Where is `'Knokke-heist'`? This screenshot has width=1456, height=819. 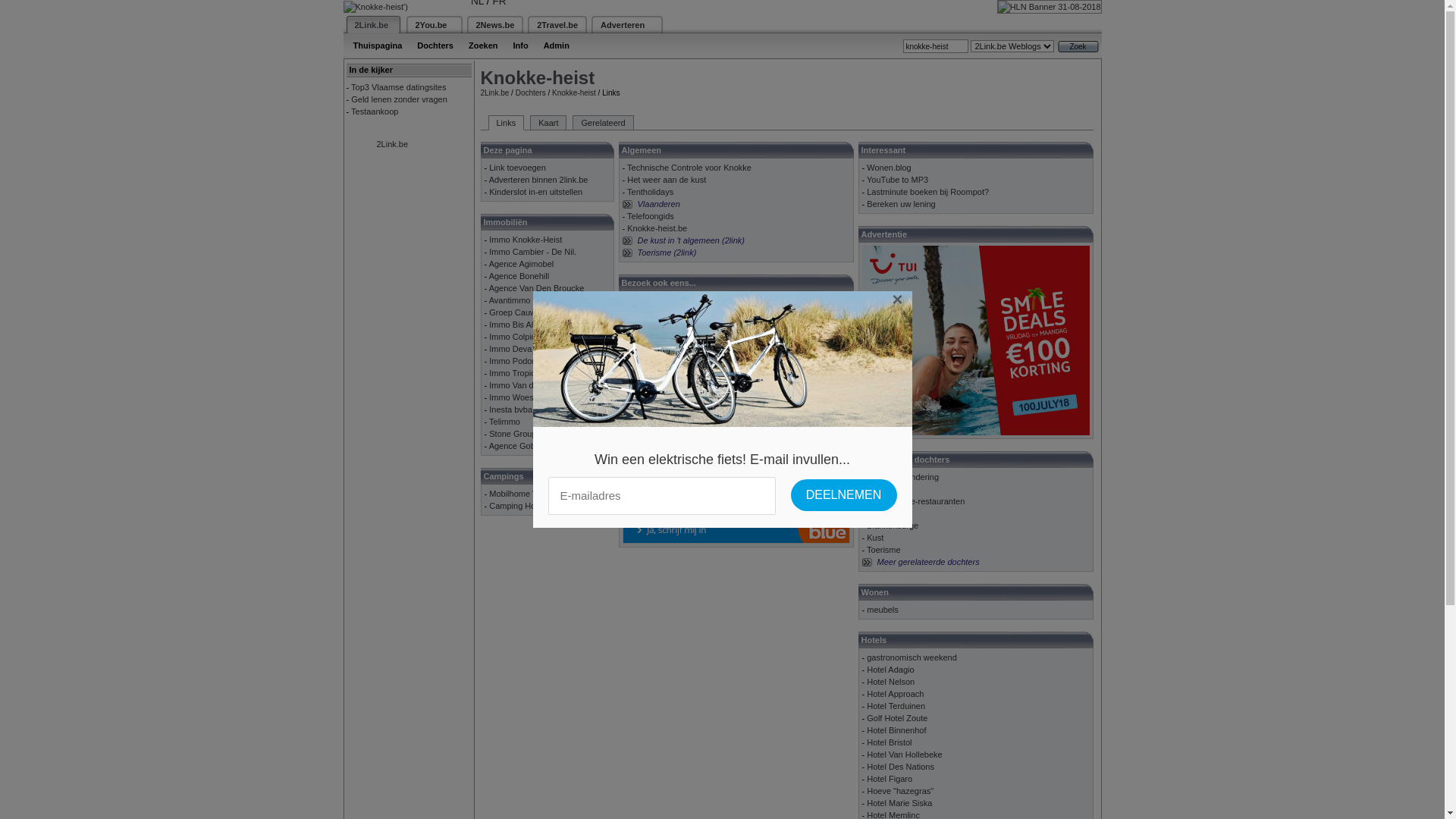 'Knokke-heist' is located at coordinates (573, 93).